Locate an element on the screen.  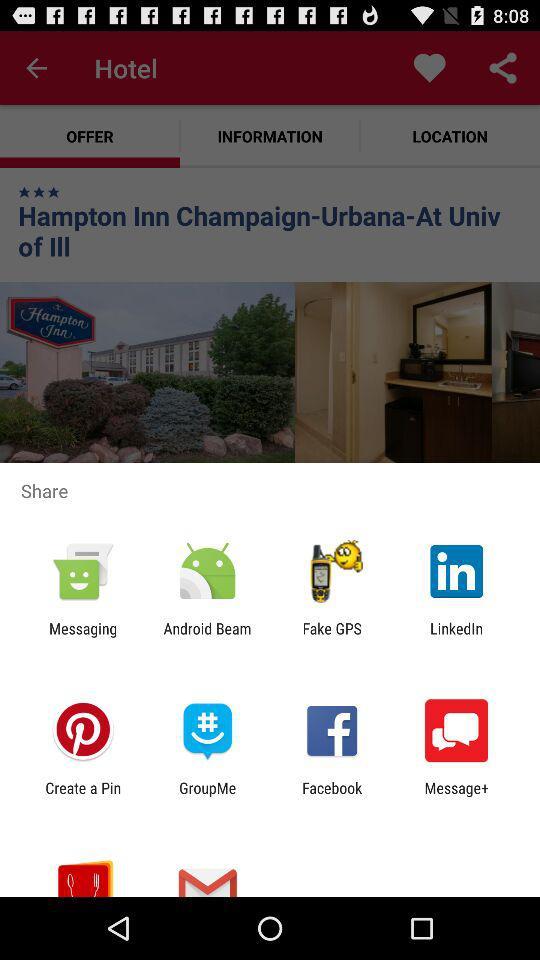
the app to the right of the messaging app is located at coordinates (206, 636).